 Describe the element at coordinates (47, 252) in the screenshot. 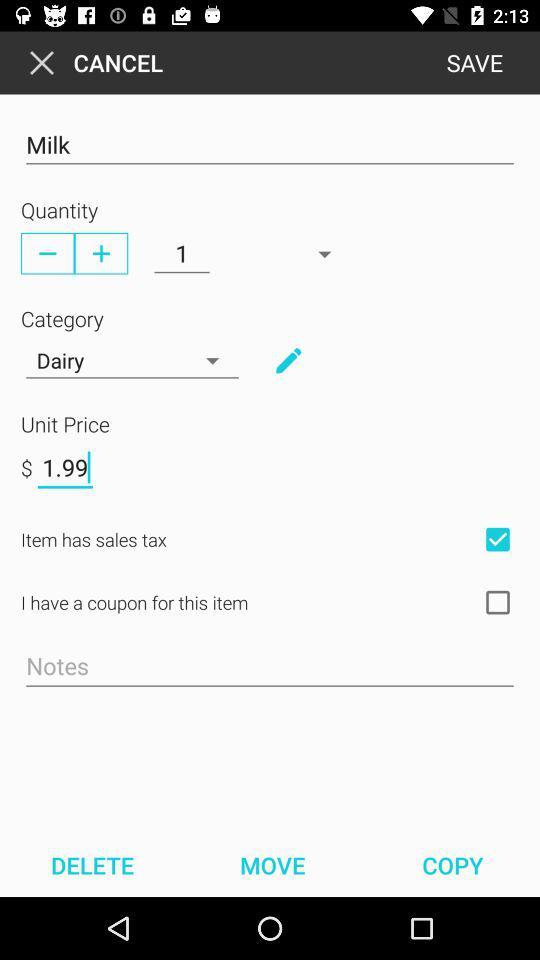

I see `minus sign icon` at that location.